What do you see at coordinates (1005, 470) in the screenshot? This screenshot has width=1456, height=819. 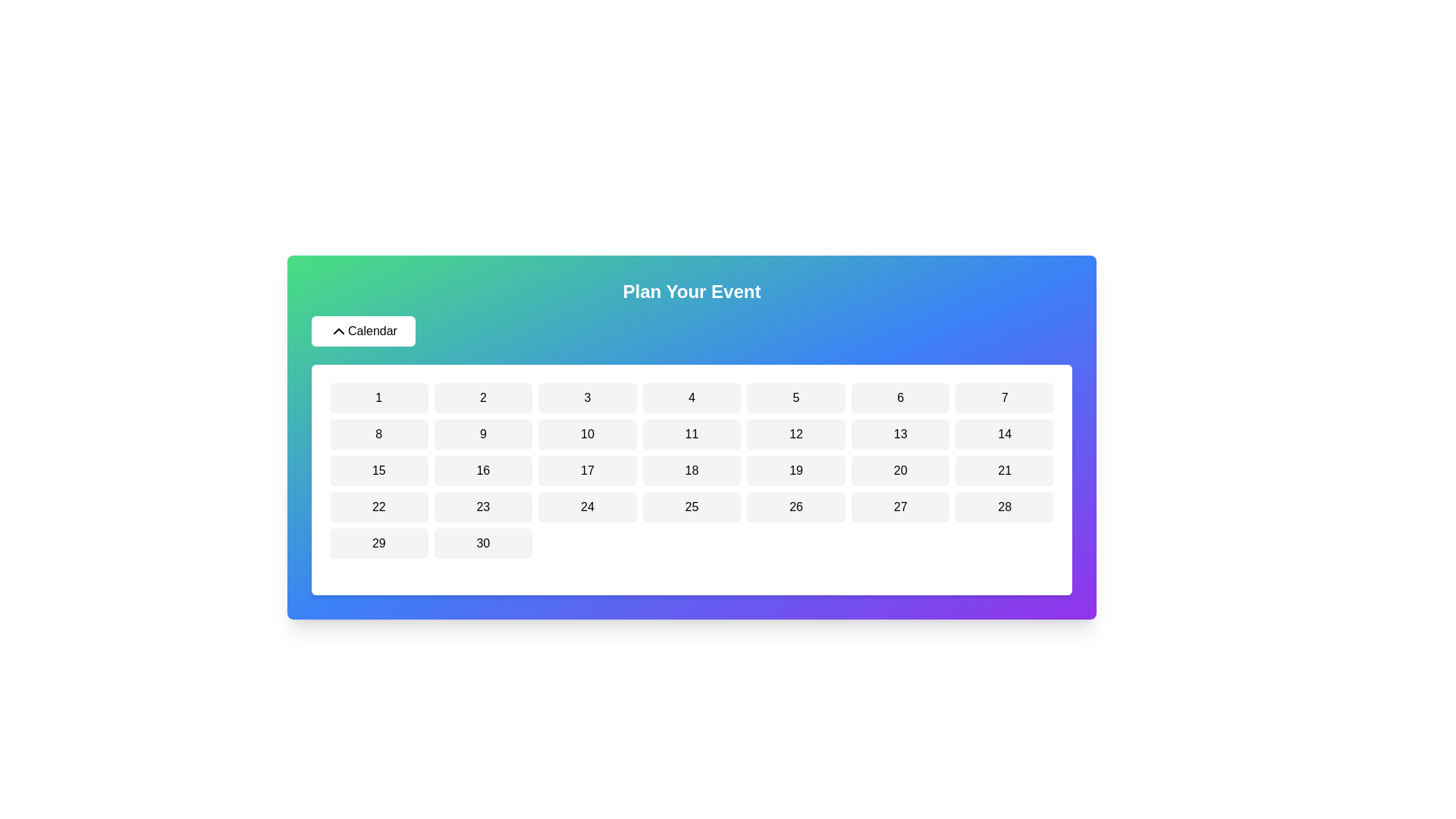 I see `the button representing a selectable item in the fifth row and third column of the date picker grid` at bounding box center [1005, 470].